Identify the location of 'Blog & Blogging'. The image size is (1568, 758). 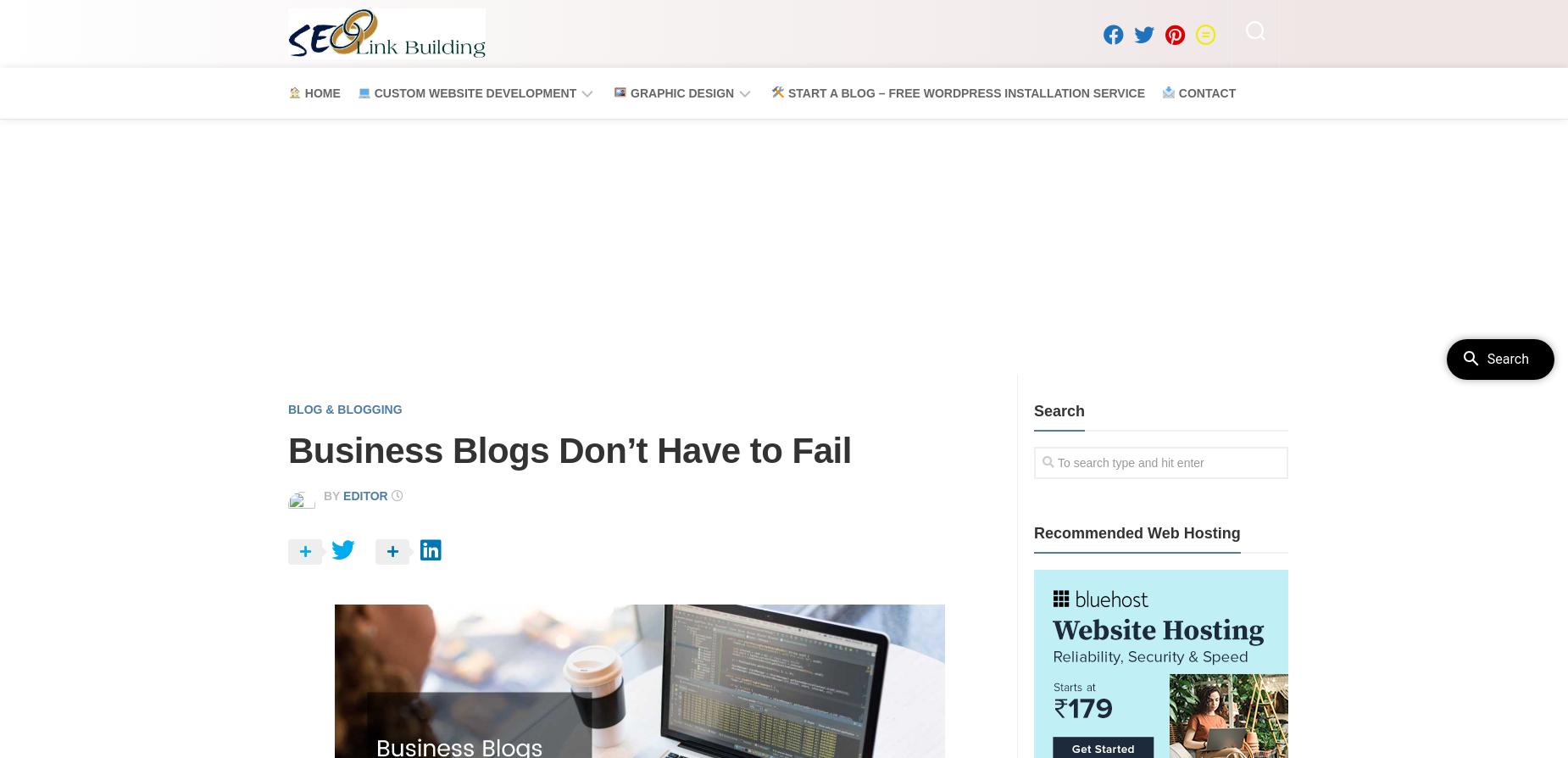
(287, 408).